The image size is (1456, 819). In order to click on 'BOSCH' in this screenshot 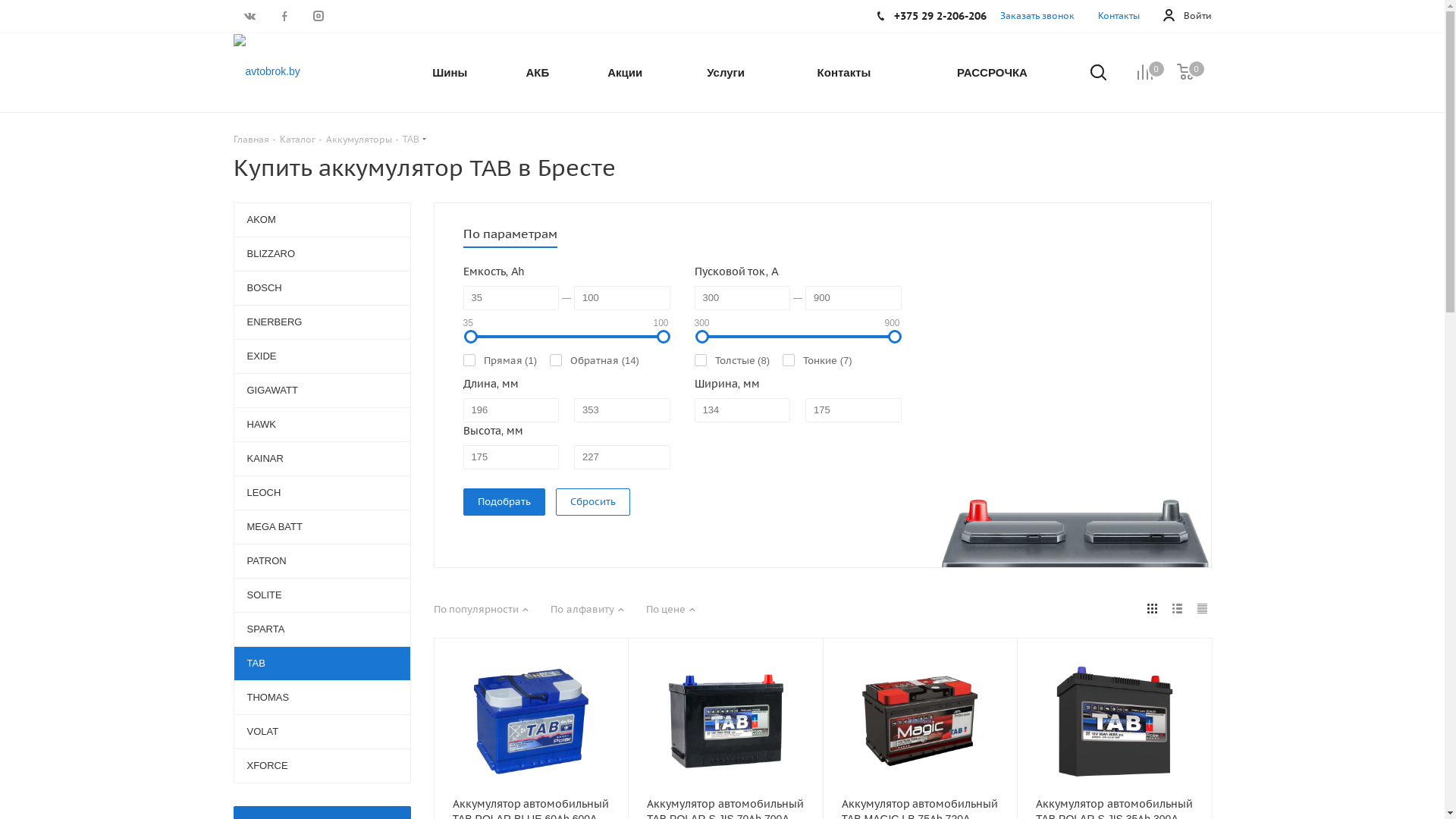, I will do `click(322, 287)`.